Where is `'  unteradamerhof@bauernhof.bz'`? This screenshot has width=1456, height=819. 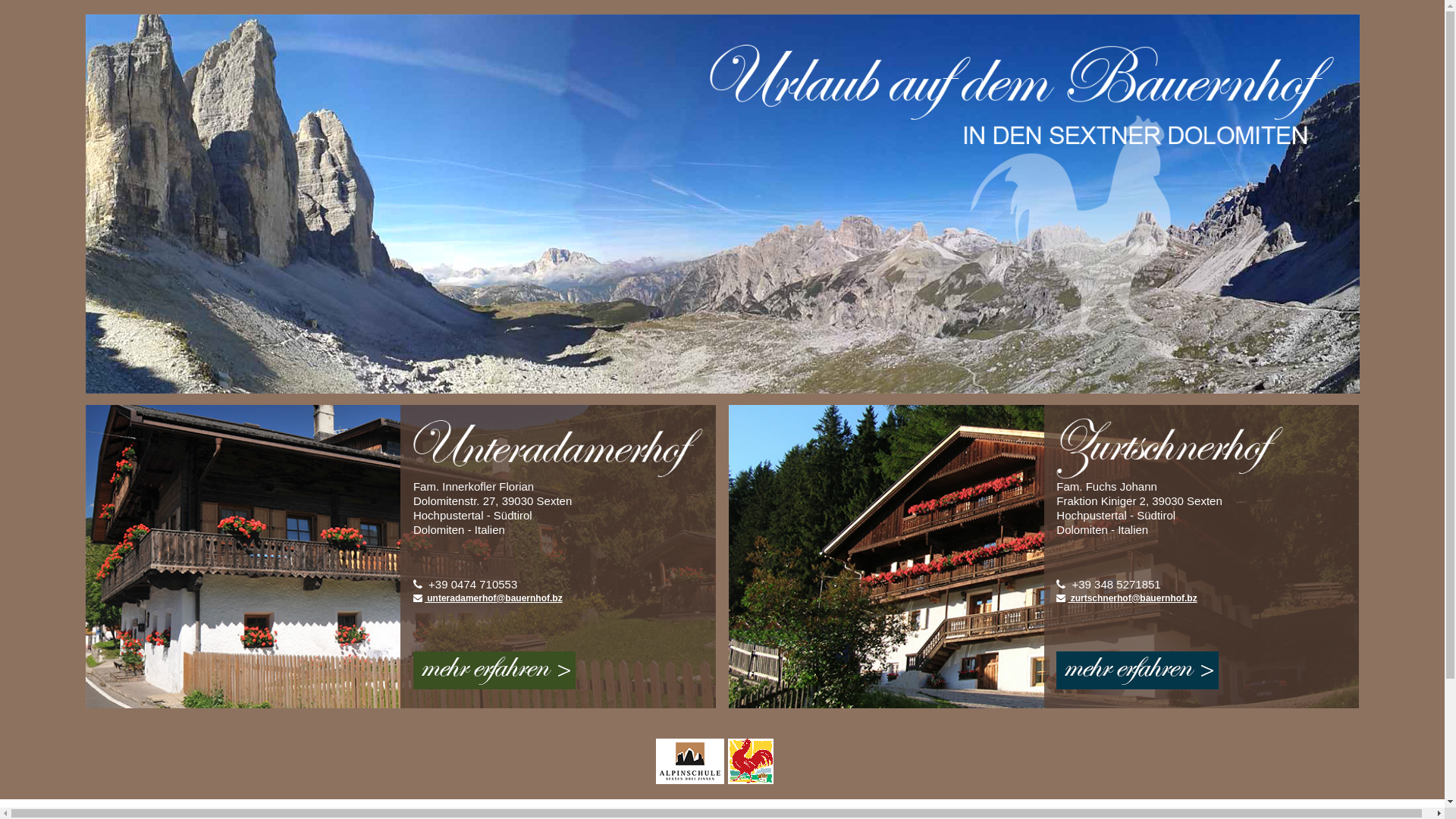 '  unteradamerhof@bauernhof.bz' is located at coordinates (488, 598).